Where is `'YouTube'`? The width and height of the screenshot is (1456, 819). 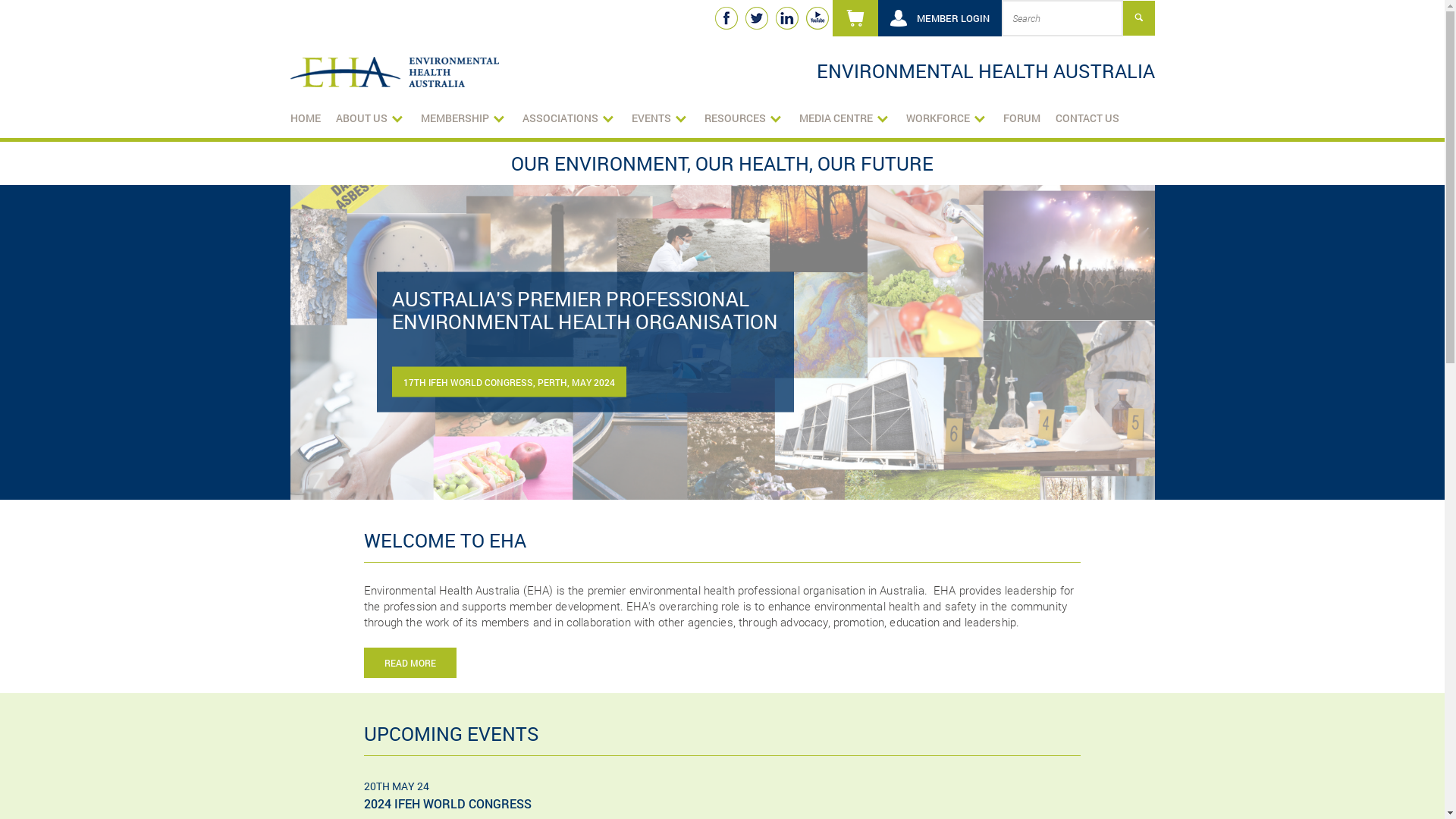
'YouTube' is located at coordinates (804, 17).